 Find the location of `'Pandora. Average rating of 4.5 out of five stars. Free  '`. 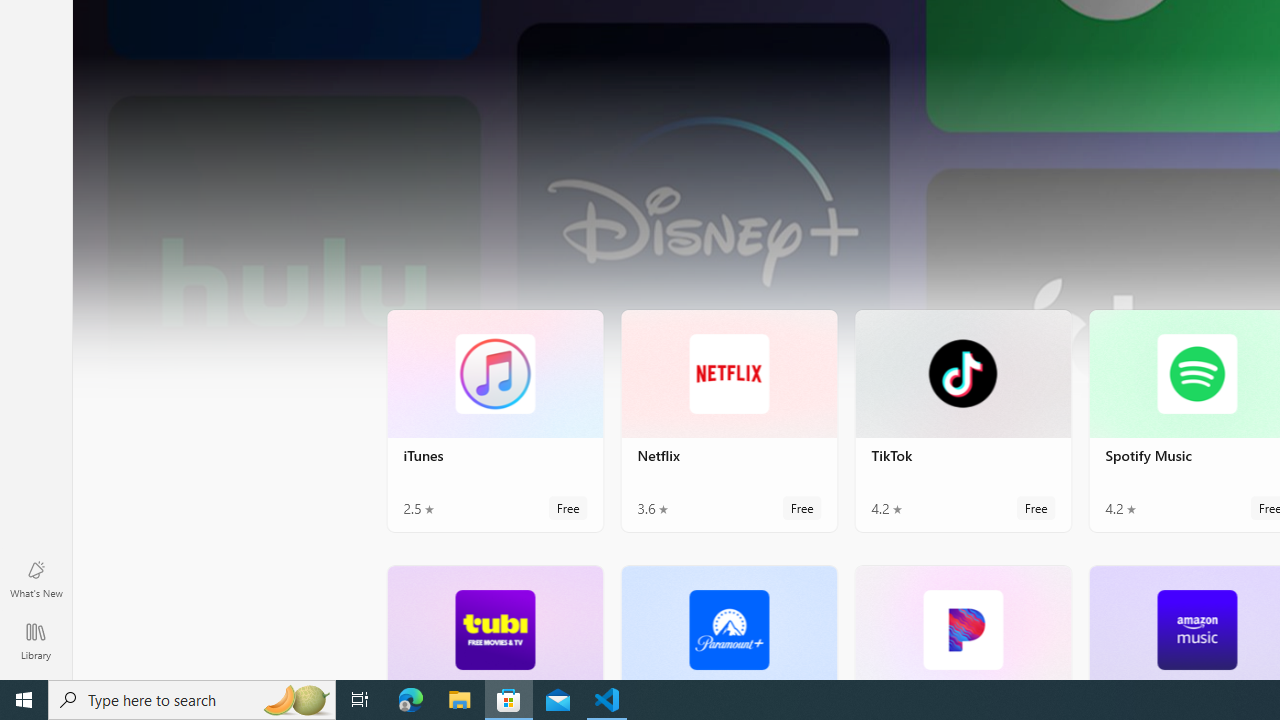

'Pandora. Average rating of 4.5 out of five stars. Free  ' is located at coordinates (963, 621).